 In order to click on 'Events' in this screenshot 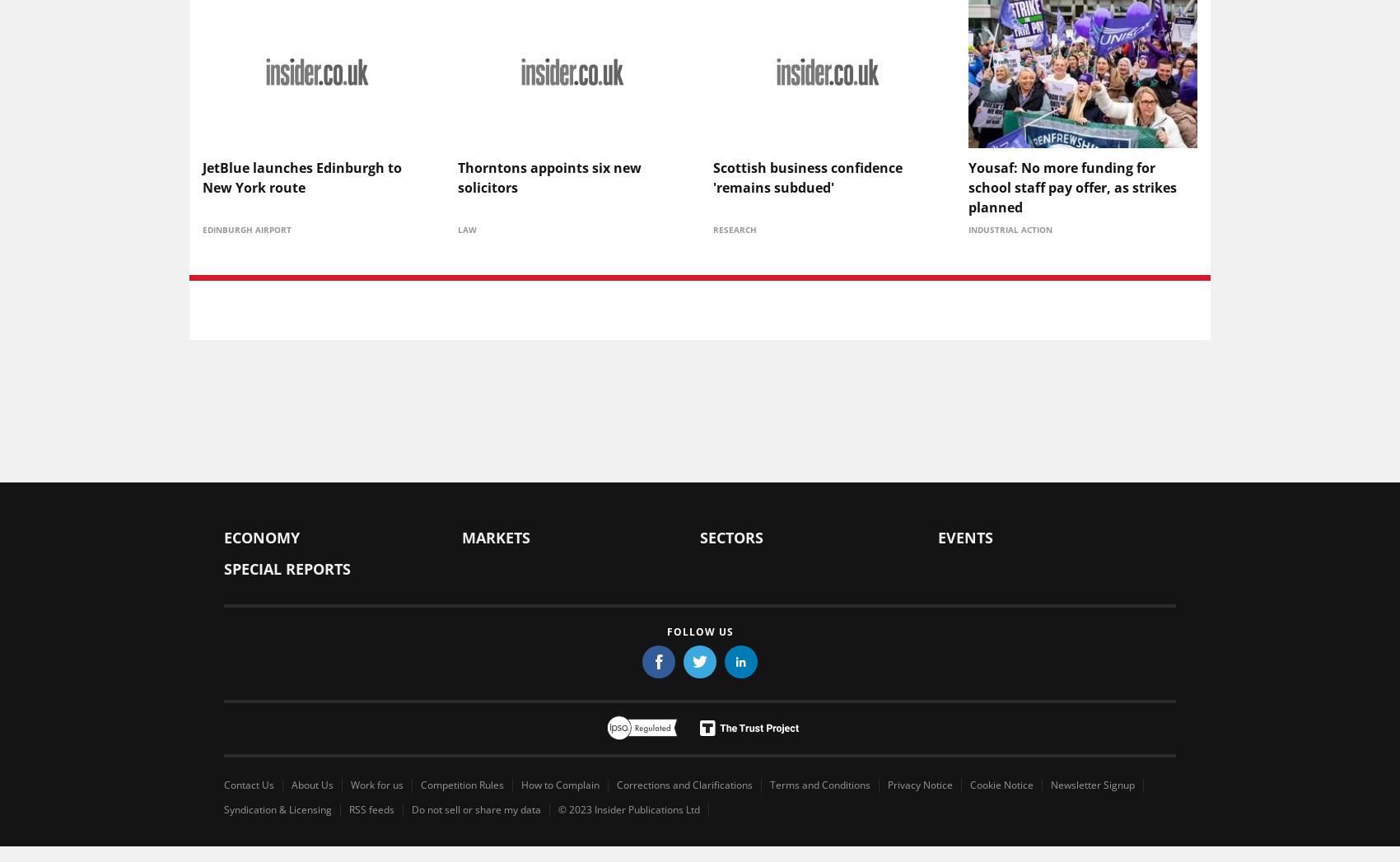, I will do `click(938, 536)`.